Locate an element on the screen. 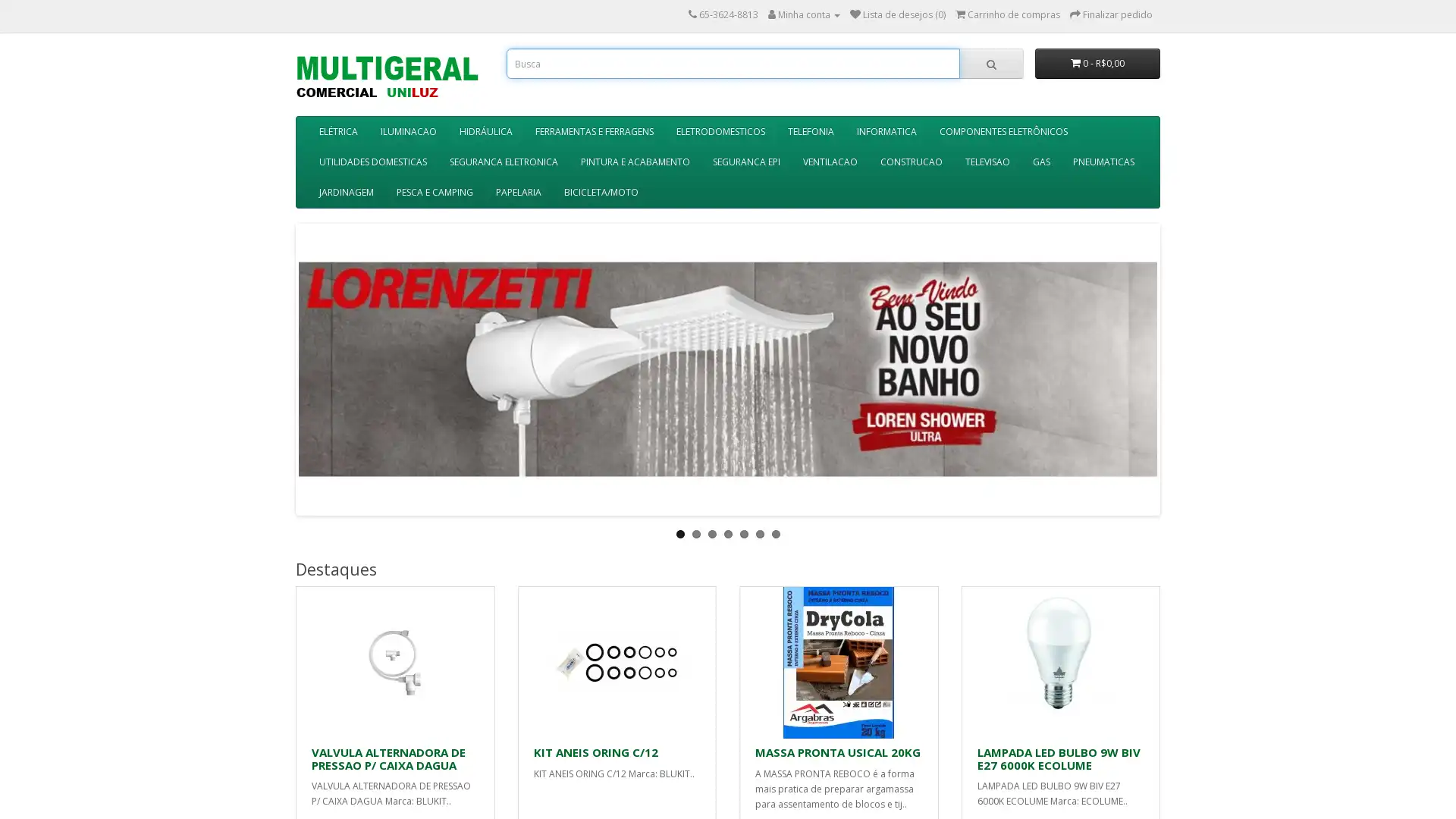 The image size is (1456, 819). 0 - R$0,00 is located at coordinates (1097, 63).